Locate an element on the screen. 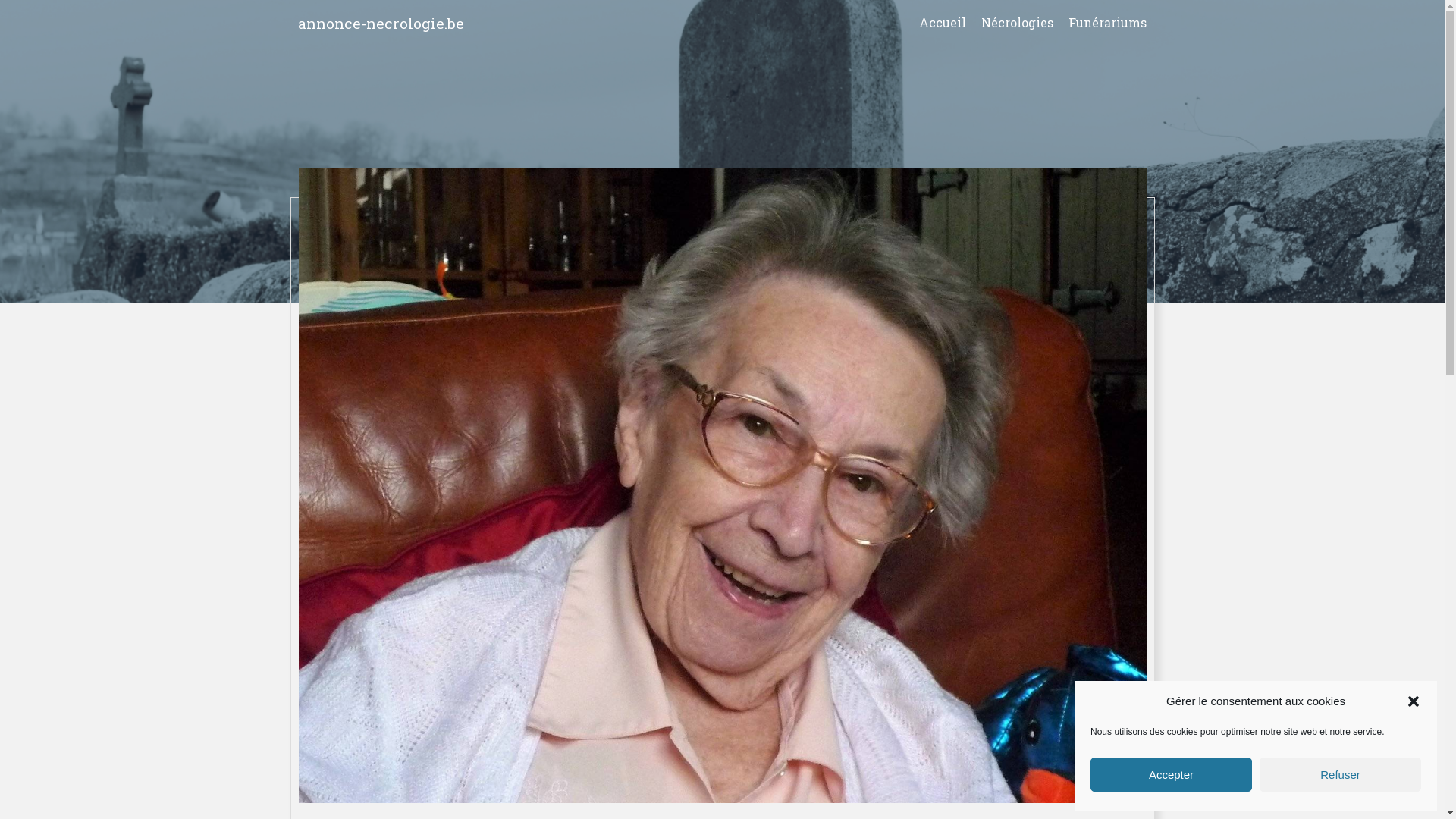  'Accepter' is located at coordinates (1090, 774).